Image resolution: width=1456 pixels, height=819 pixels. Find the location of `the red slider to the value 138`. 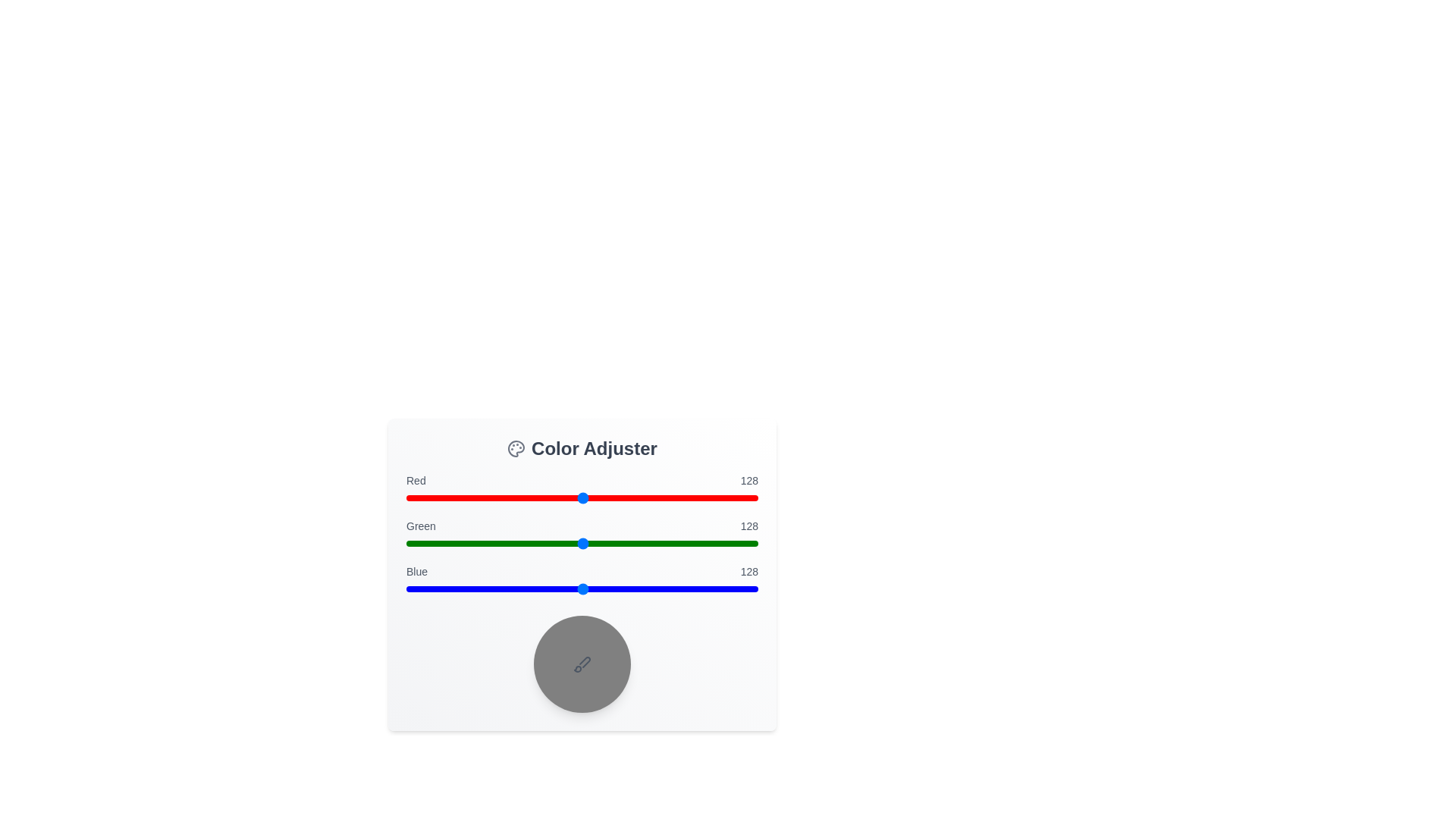

the red slider to the value 138 is located at coordinates (596, 497).